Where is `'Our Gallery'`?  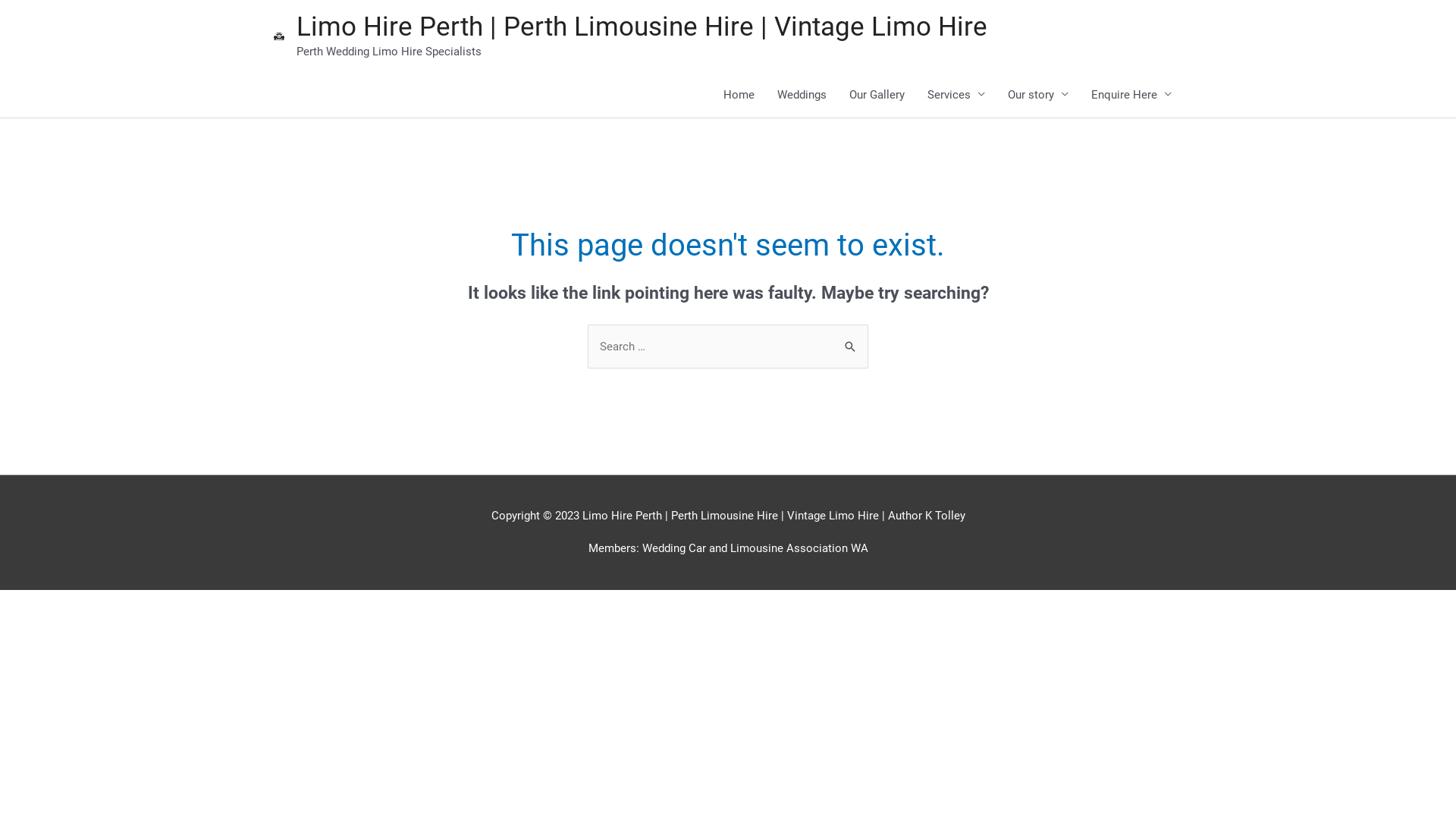 'Our Gallery' is located at coordinates (877, 93).